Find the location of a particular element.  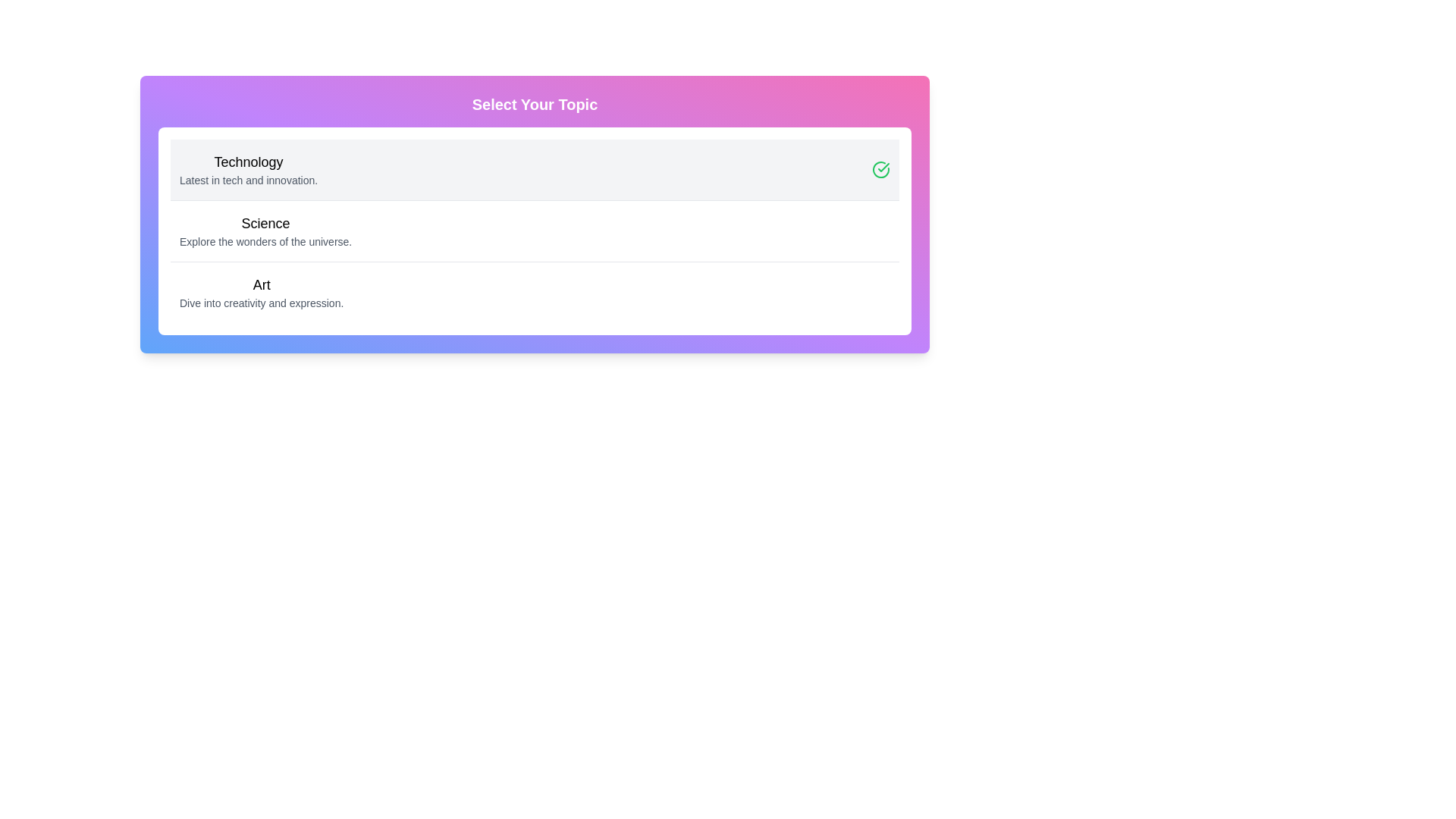

the 'Technology' heading text element, which is styled in bold black font and larger size, located at the top of a card-like area with a light gray background is located at coordinates (249, 162).